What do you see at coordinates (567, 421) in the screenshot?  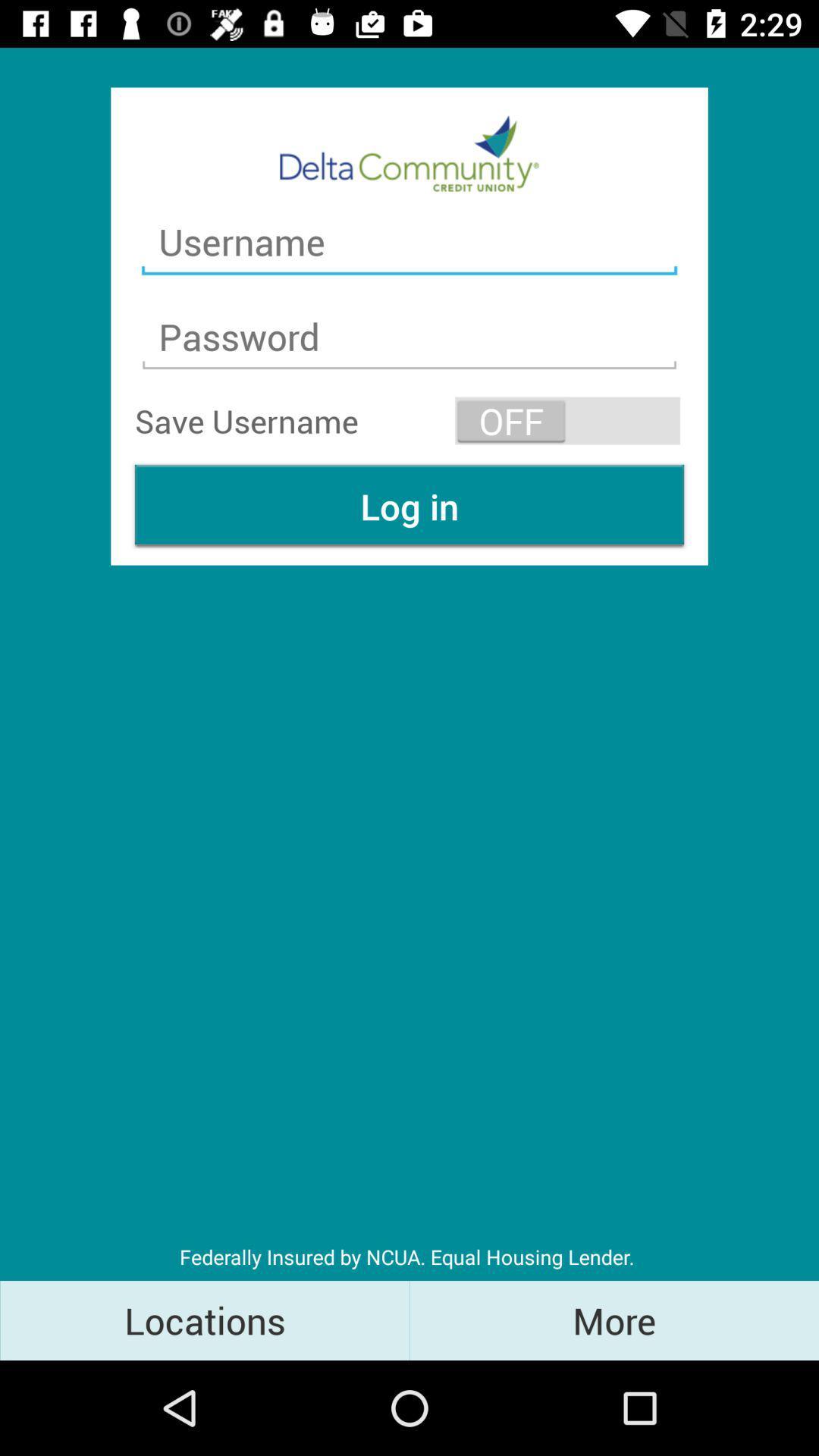 I see `the item to the right of save username item` at bounding box center [567, 421].